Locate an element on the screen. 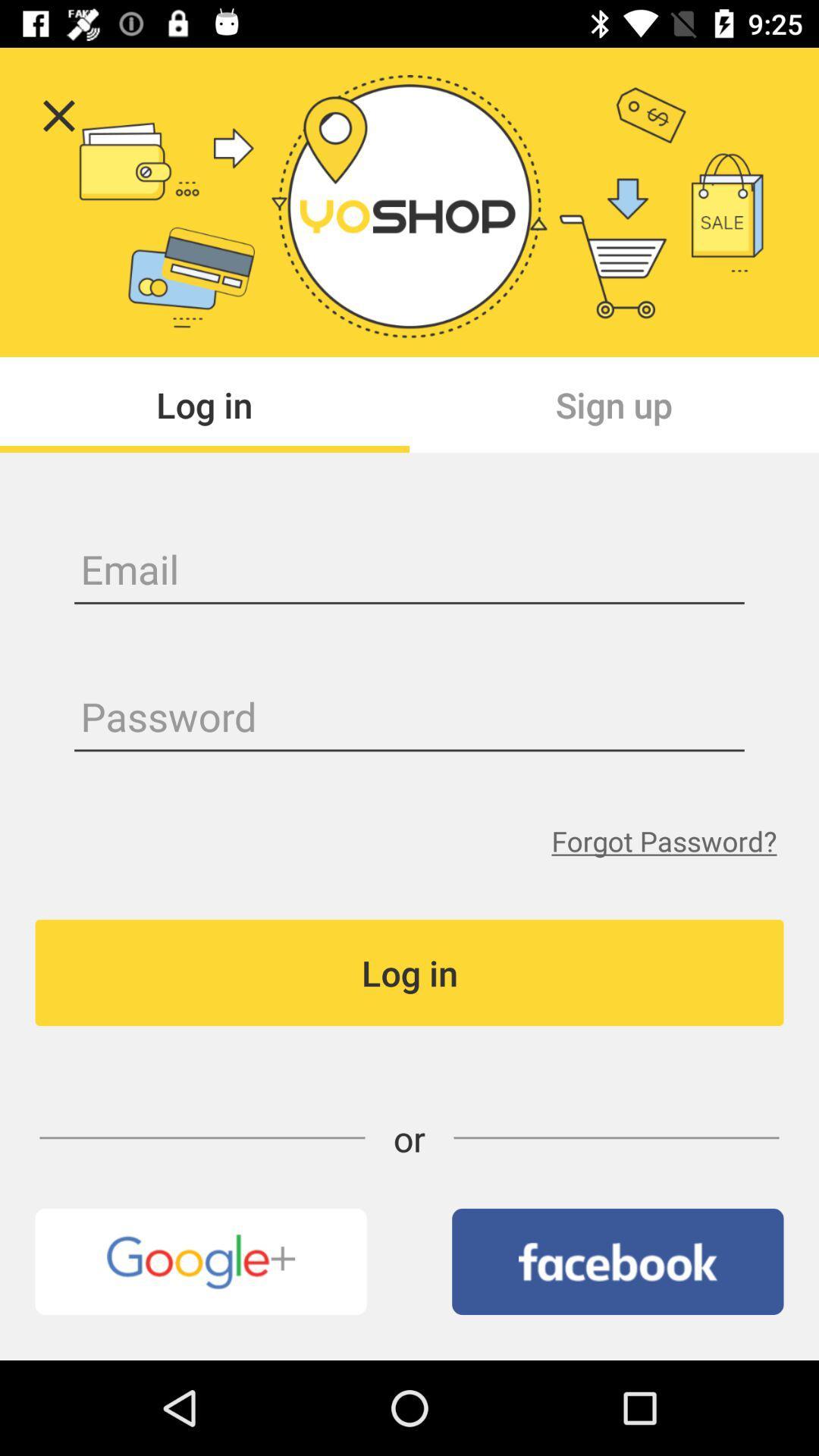 The width and height of the screenshot is (819, 1456). the close icon is located at coordinates (58, 115).